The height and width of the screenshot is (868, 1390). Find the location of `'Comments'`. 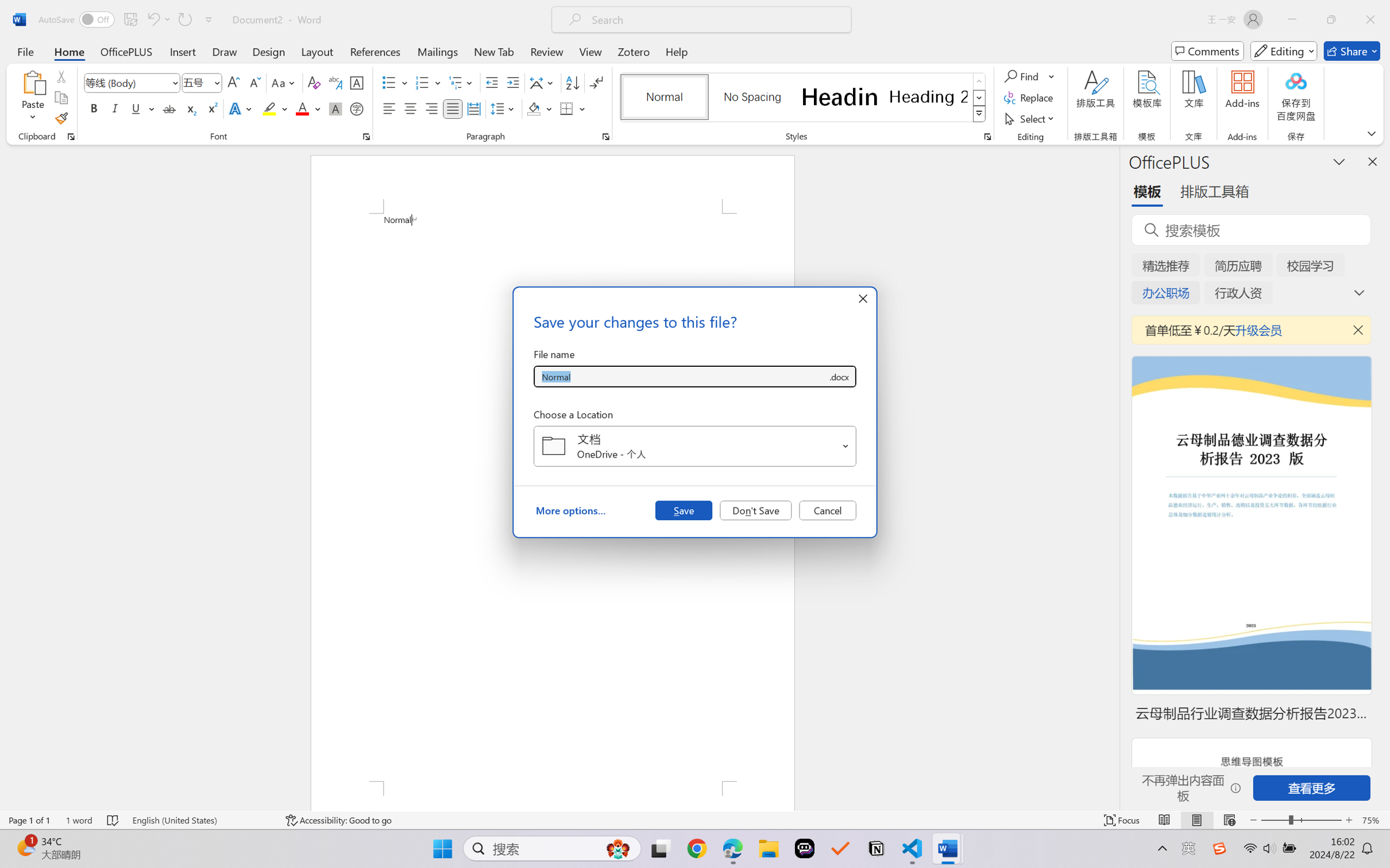

'Comments' is located at coordinates (1207, 51).